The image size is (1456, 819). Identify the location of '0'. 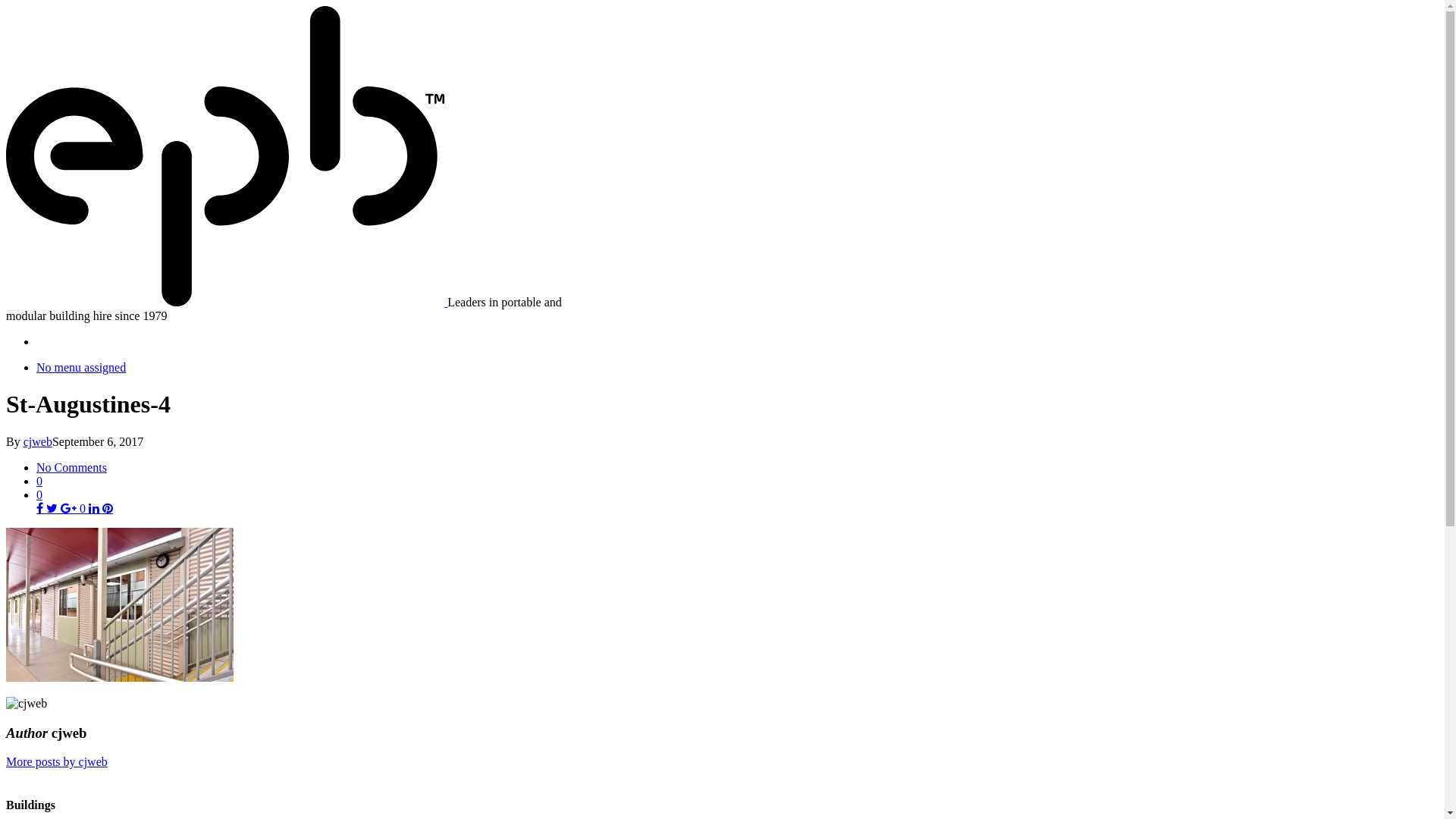
(737, 481).